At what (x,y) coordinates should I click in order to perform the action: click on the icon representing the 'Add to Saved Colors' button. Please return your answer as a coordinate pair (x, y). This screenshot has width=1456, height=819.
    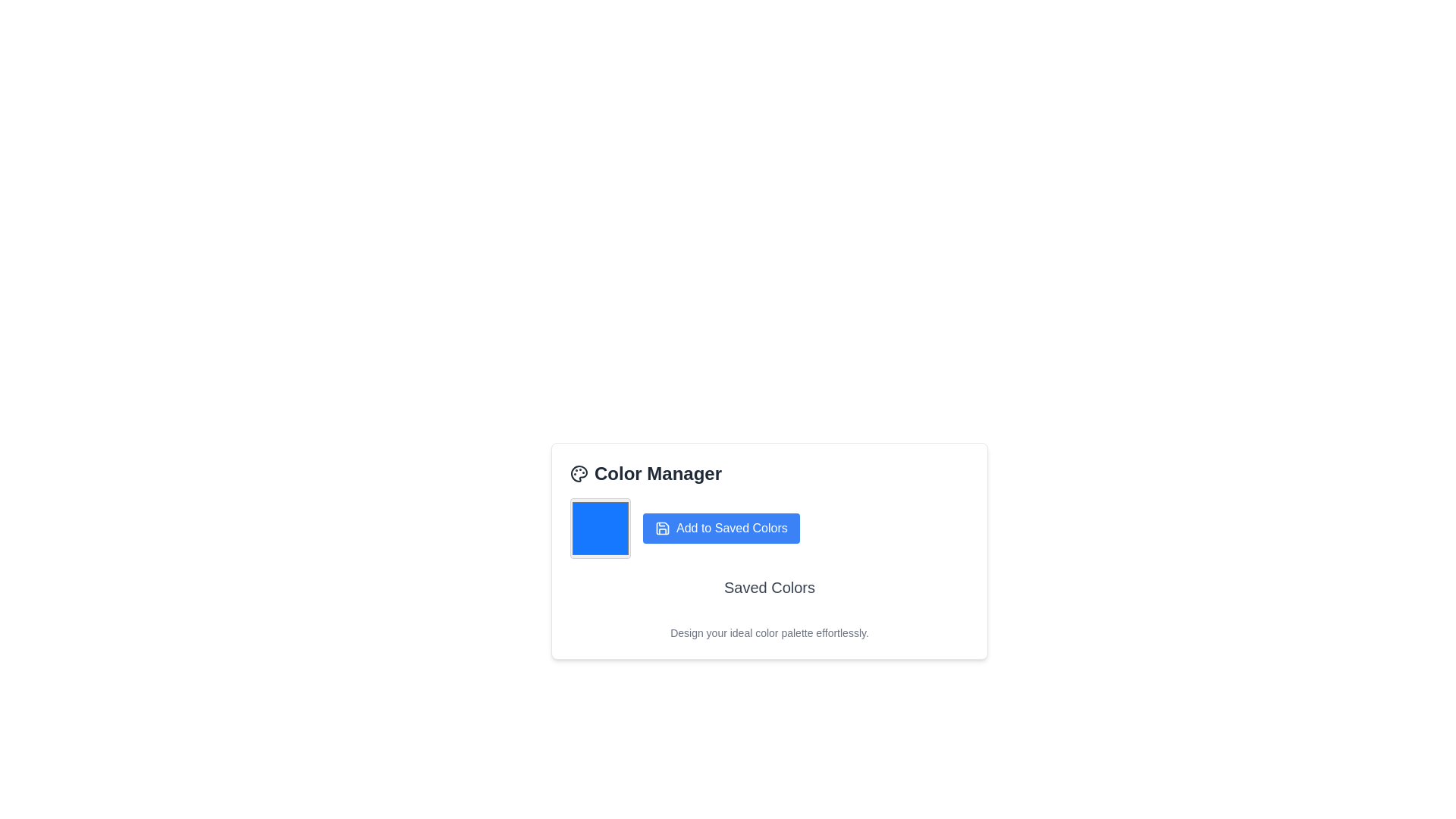
    Looking at the image, I should click on (662, 528).